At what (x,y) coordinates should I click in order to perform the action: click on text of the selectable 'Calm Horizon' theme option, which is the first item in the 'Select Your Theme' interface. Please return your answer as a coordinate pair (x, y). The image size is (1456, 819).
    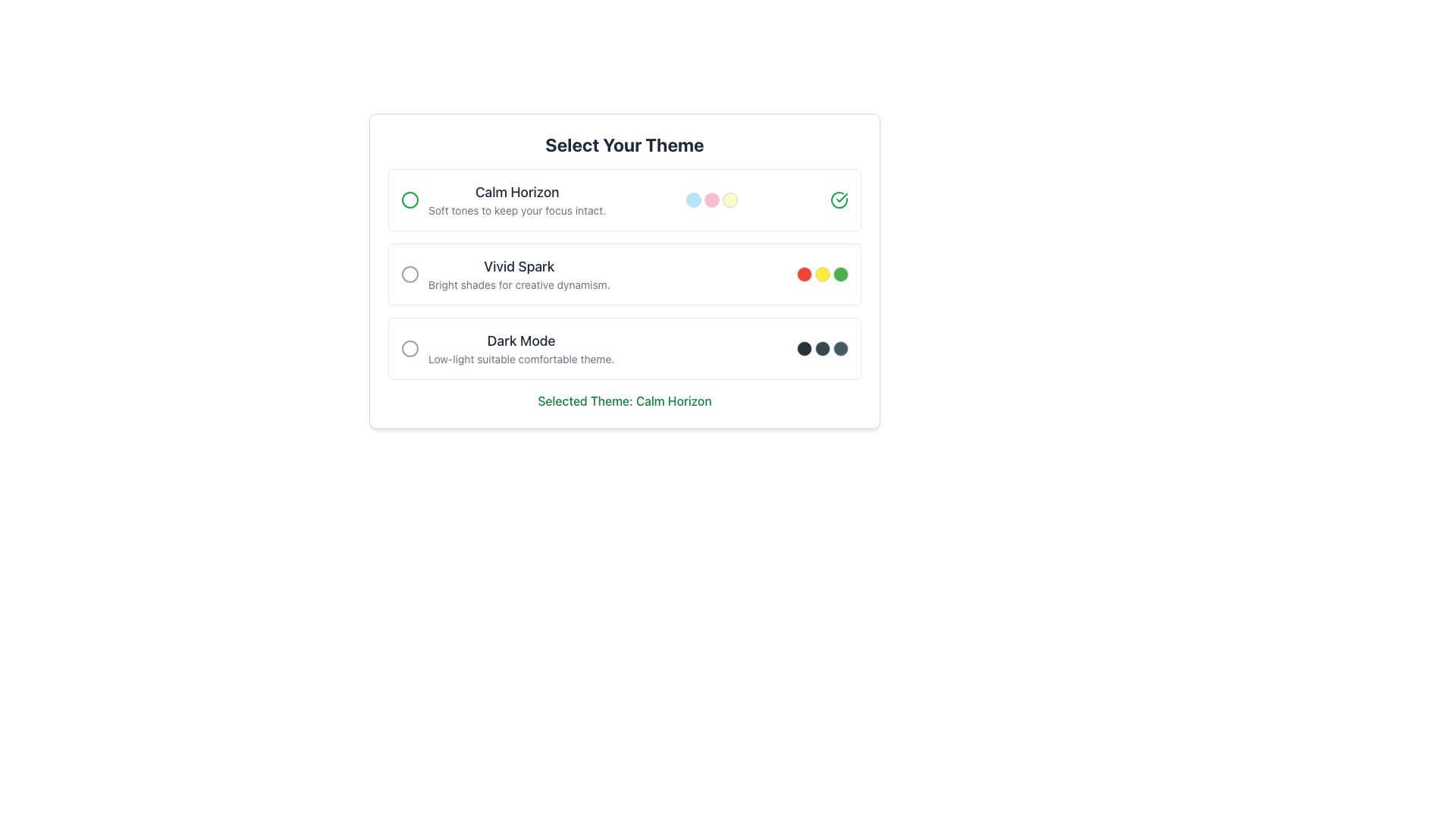
    Looking at the image, I should click on (504, 199).